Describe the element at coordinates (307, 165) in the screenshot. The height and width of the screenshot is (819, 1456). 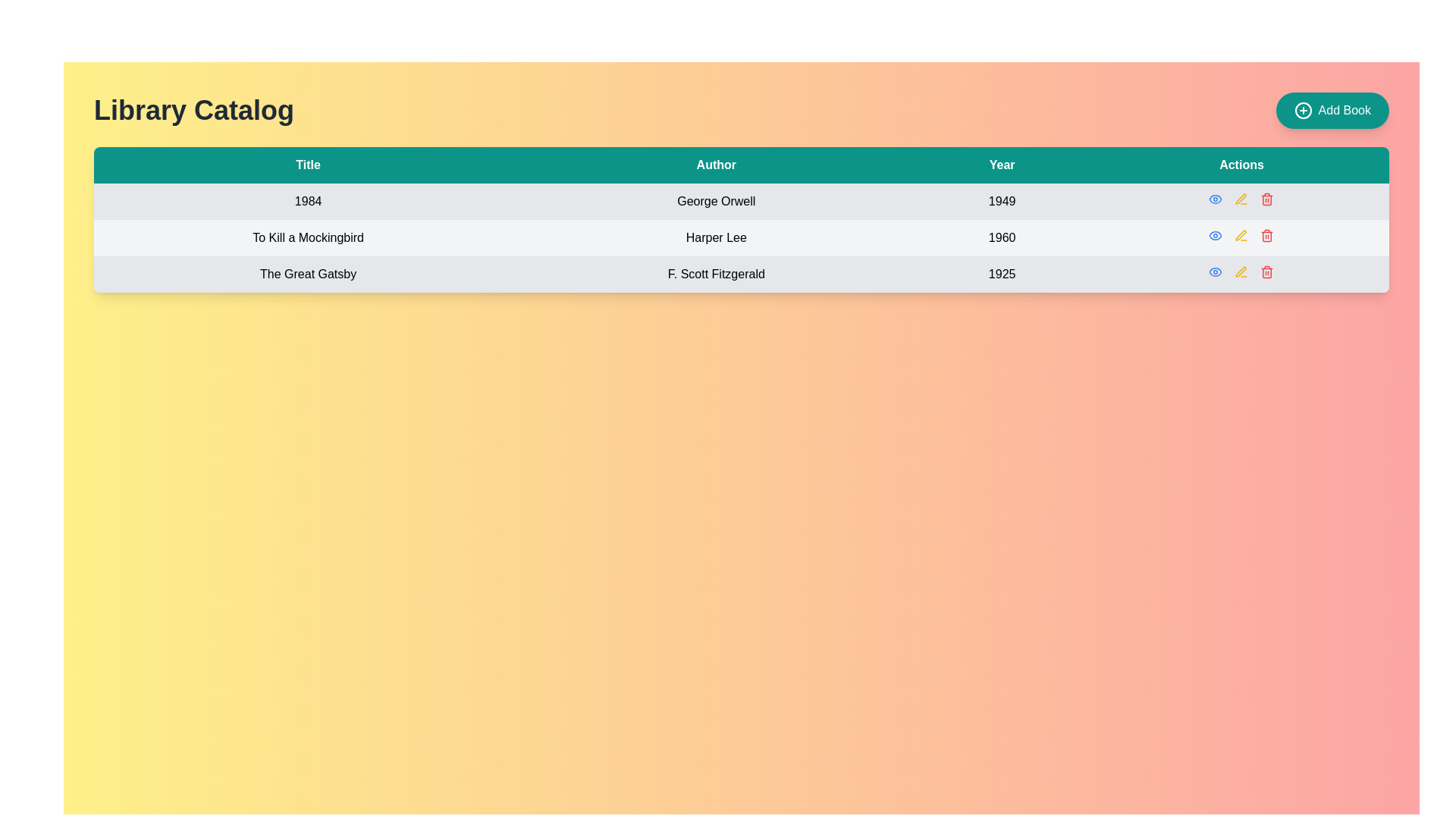
I see `text in the first table header cell, which identifies the content of the column for book titles` at that location.